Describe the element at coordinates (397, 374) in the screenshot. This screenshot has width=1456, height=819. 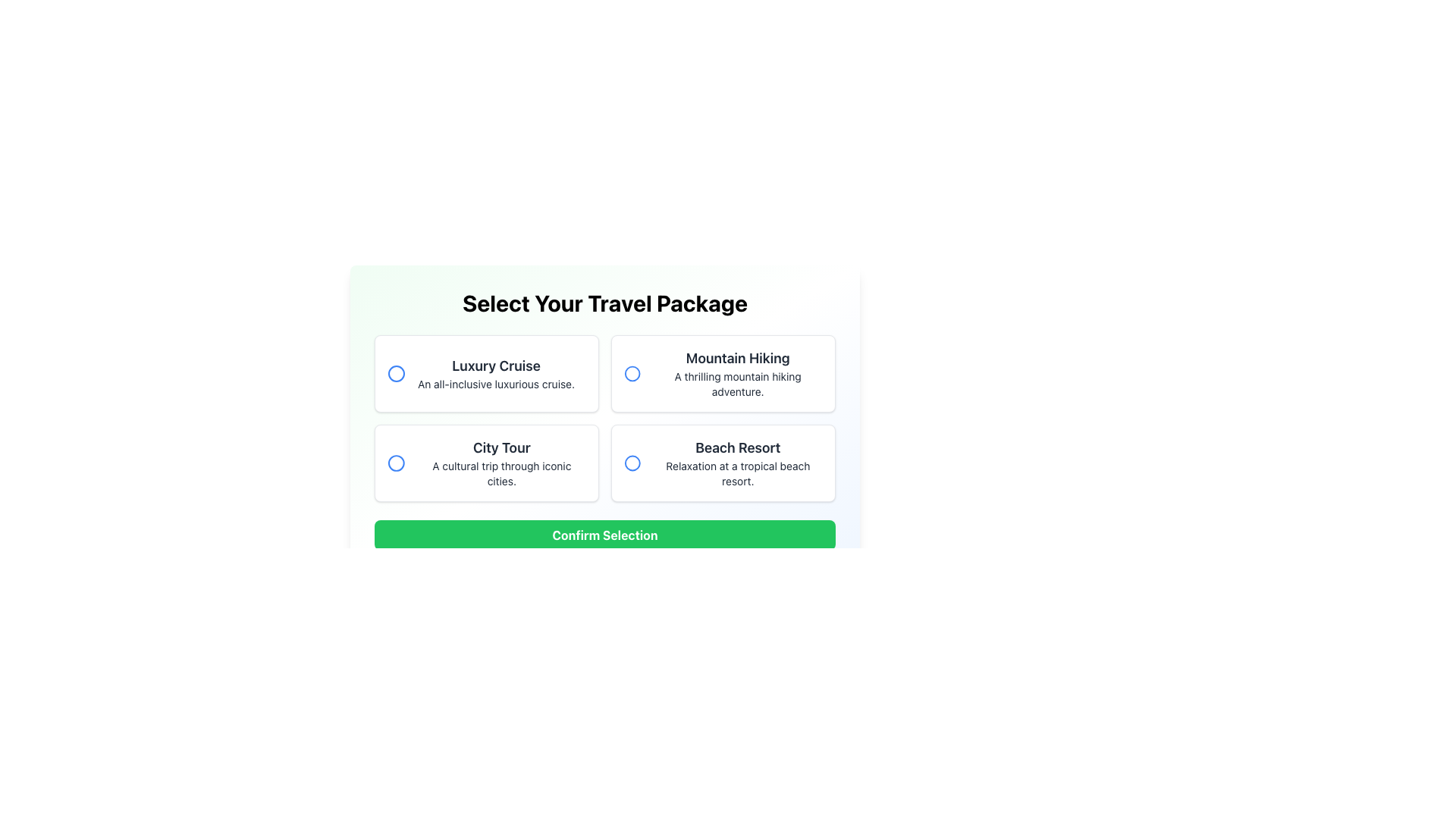
I see `the current state of the Radio Button Indicator located in the 'Luxury Cruise' card, which indicates whether the option is selected` at that location.